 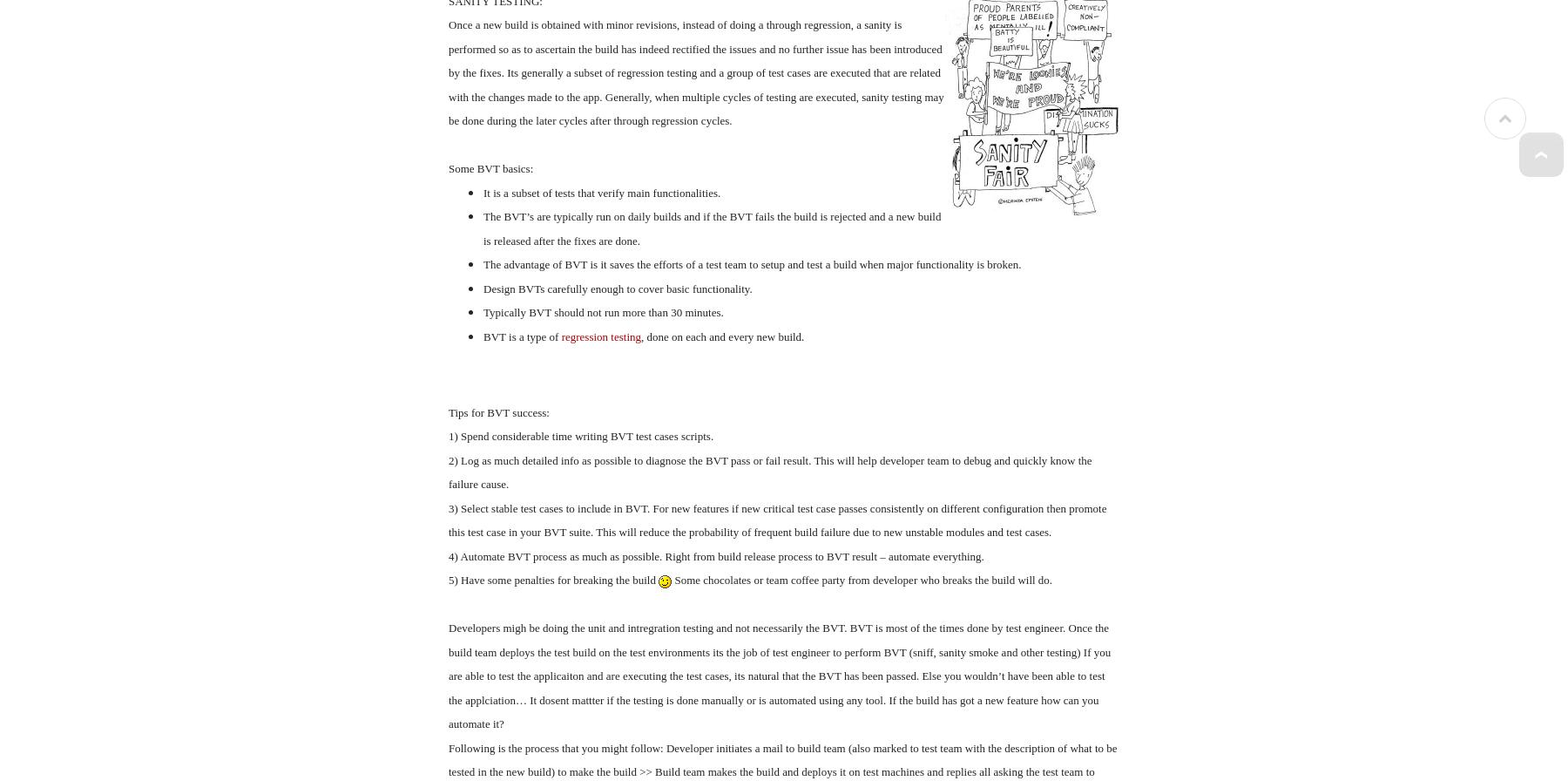 I want to click on 'The BVT’s are typically run on daily builds and if the BVT fails the build is rejected and a new build is released after the fixes are done.', so click(x=712, y=228).